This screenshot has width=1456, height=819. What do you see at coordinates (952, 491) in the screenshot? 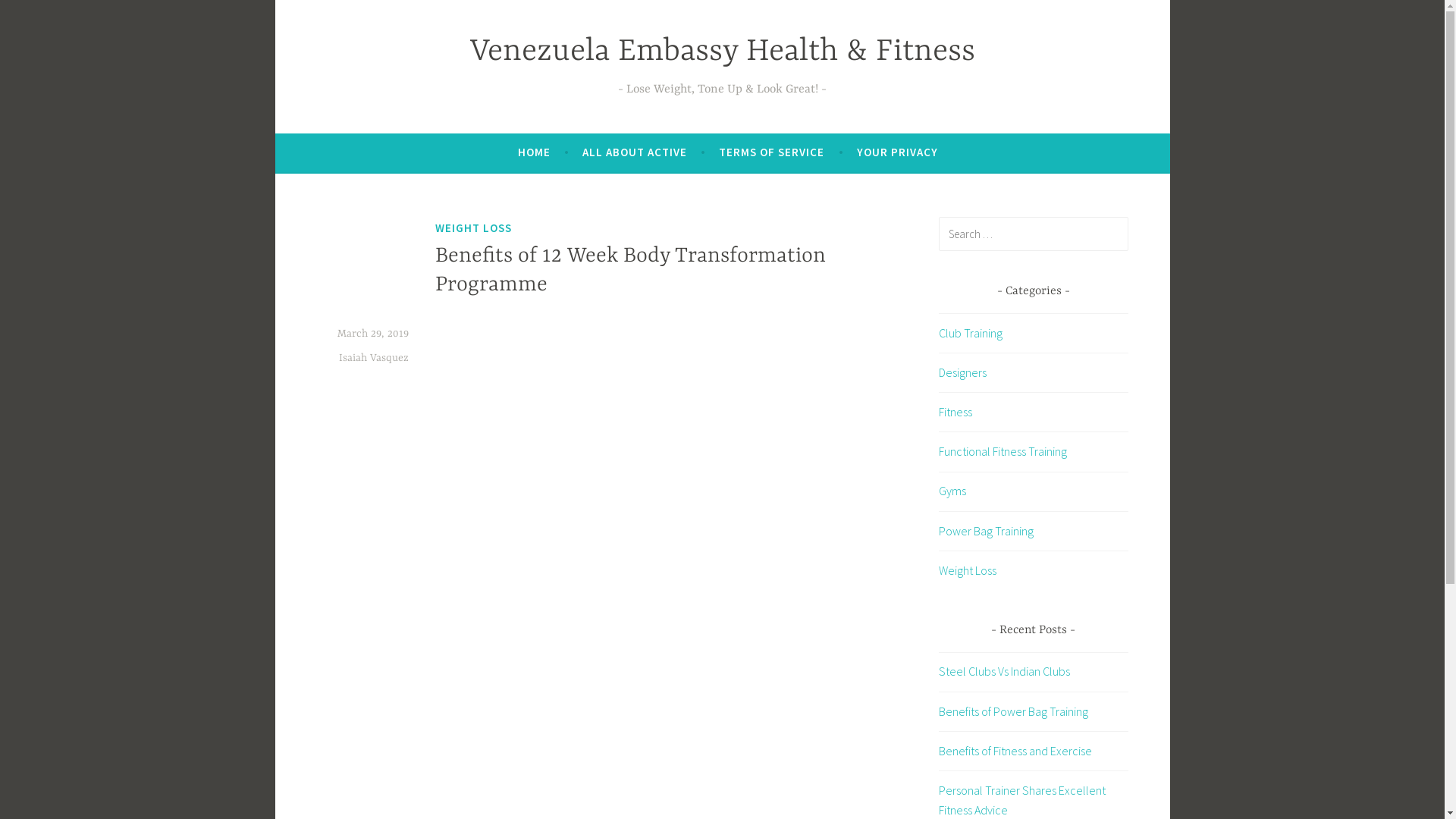
I see `'Gyms'` at bounding box center [952, 491].